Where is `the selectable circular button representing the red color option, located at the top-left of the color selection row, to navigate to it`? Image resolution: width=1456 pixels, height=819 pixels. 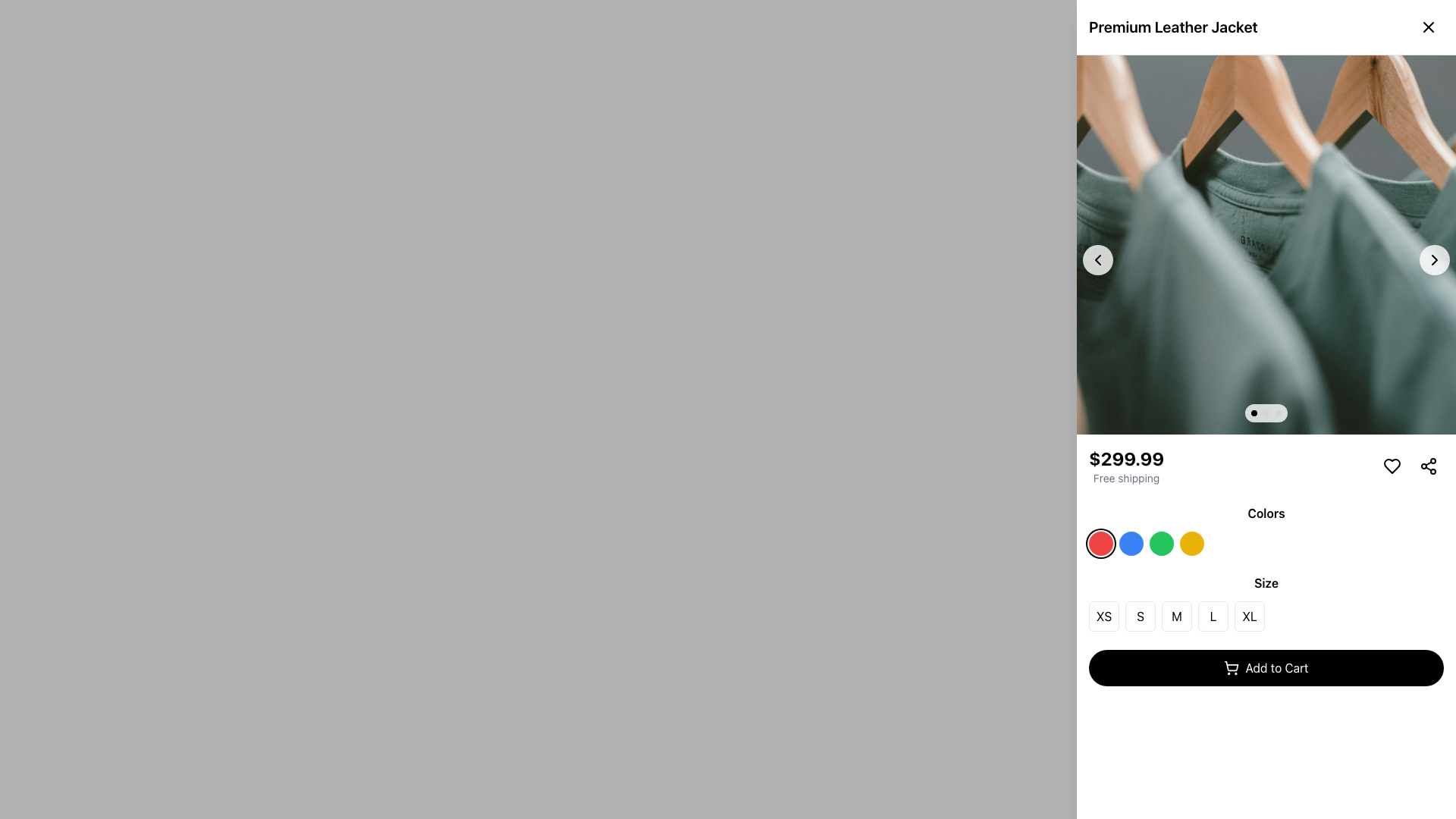 the selectable circular button representing the red color option, located at the top-left of the color selection row, to navigate to it is located at coordinates (1100, 543).